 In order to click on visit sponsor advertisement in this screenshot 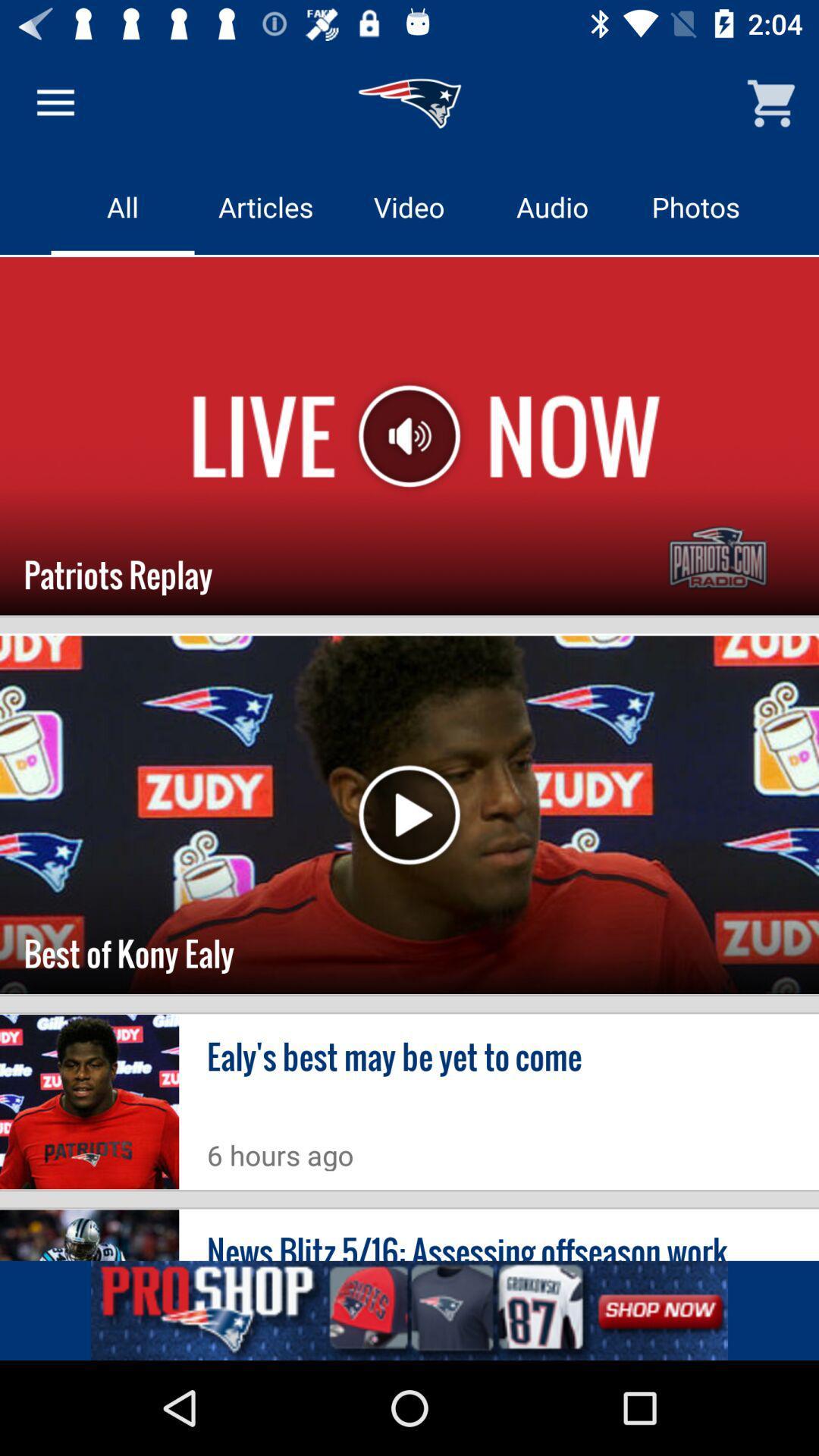, I will do `click(409, 1310)`.